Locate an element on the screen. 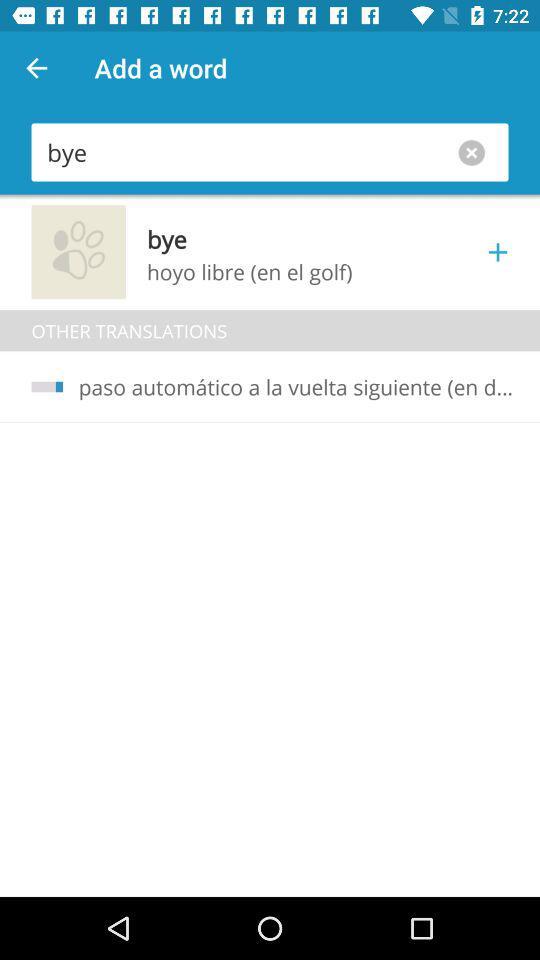 This screenshot has width=540, height=960. clear words is located at coordinates (475, 151).